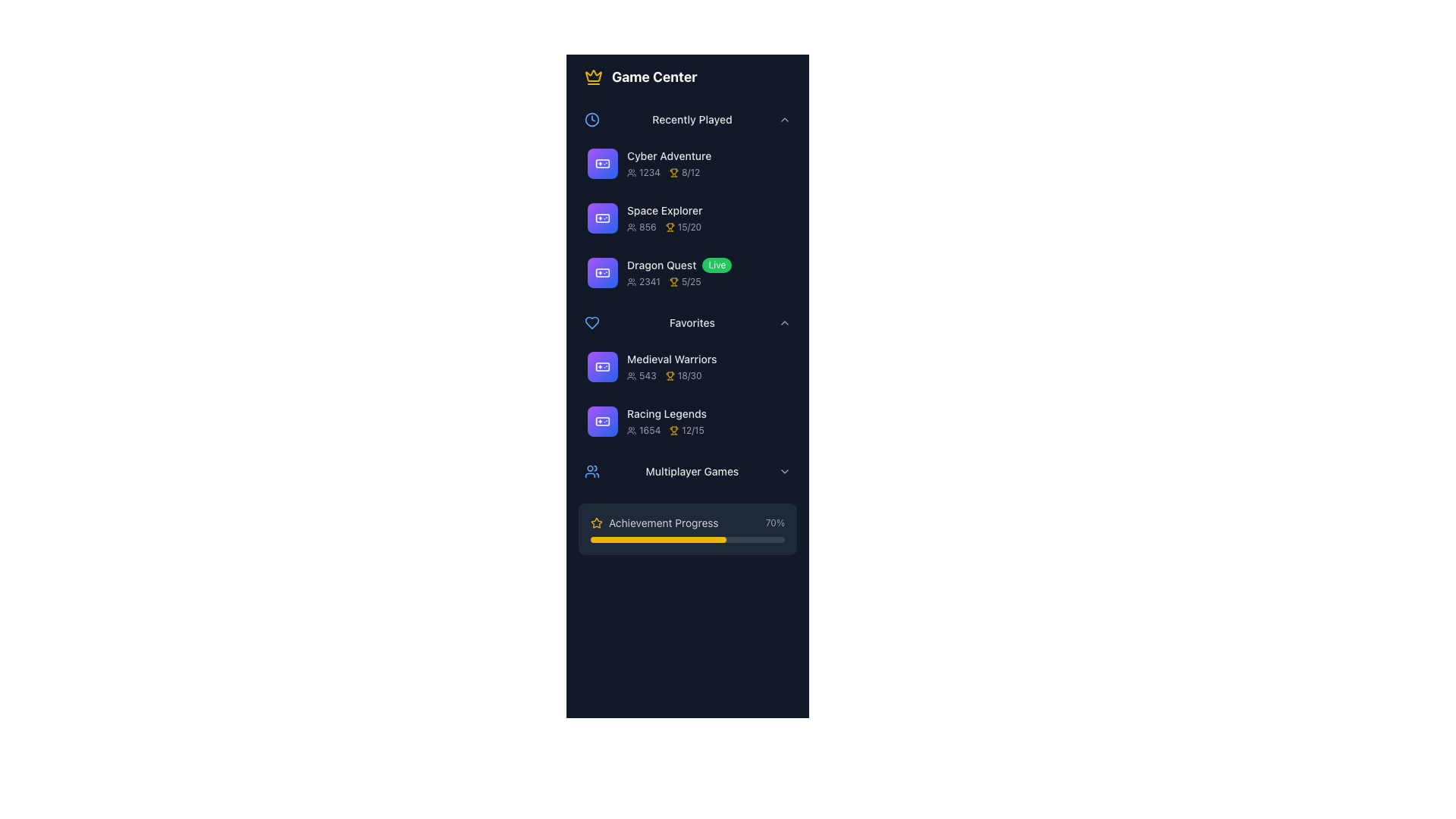 Image resolution: width=1456 pixels, height=819 pixels. Describe the element at coordinates (716, 265) in the screenshot. I see `the Status badge indicating that 'Dragon Quest' is currently live, located to the right of the text 'Dragon Quest' in the 'Recently Played' section` at that location.